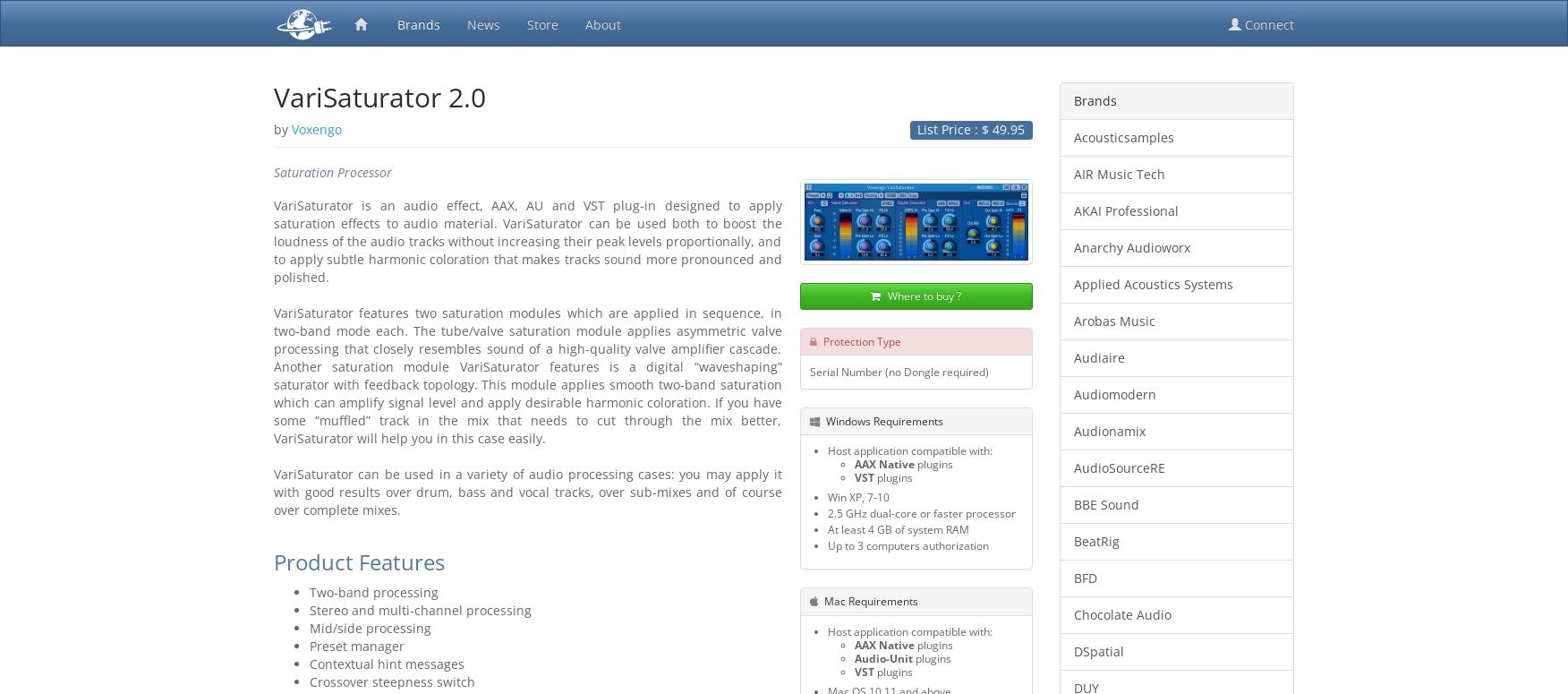 The width and height of the screenshot is (1568, 694). What do you see at coordinates (920, 512) in the screenshot?
I see `'2.5 GHz dual-core or faster processor'` at bounding box center [920, 512].